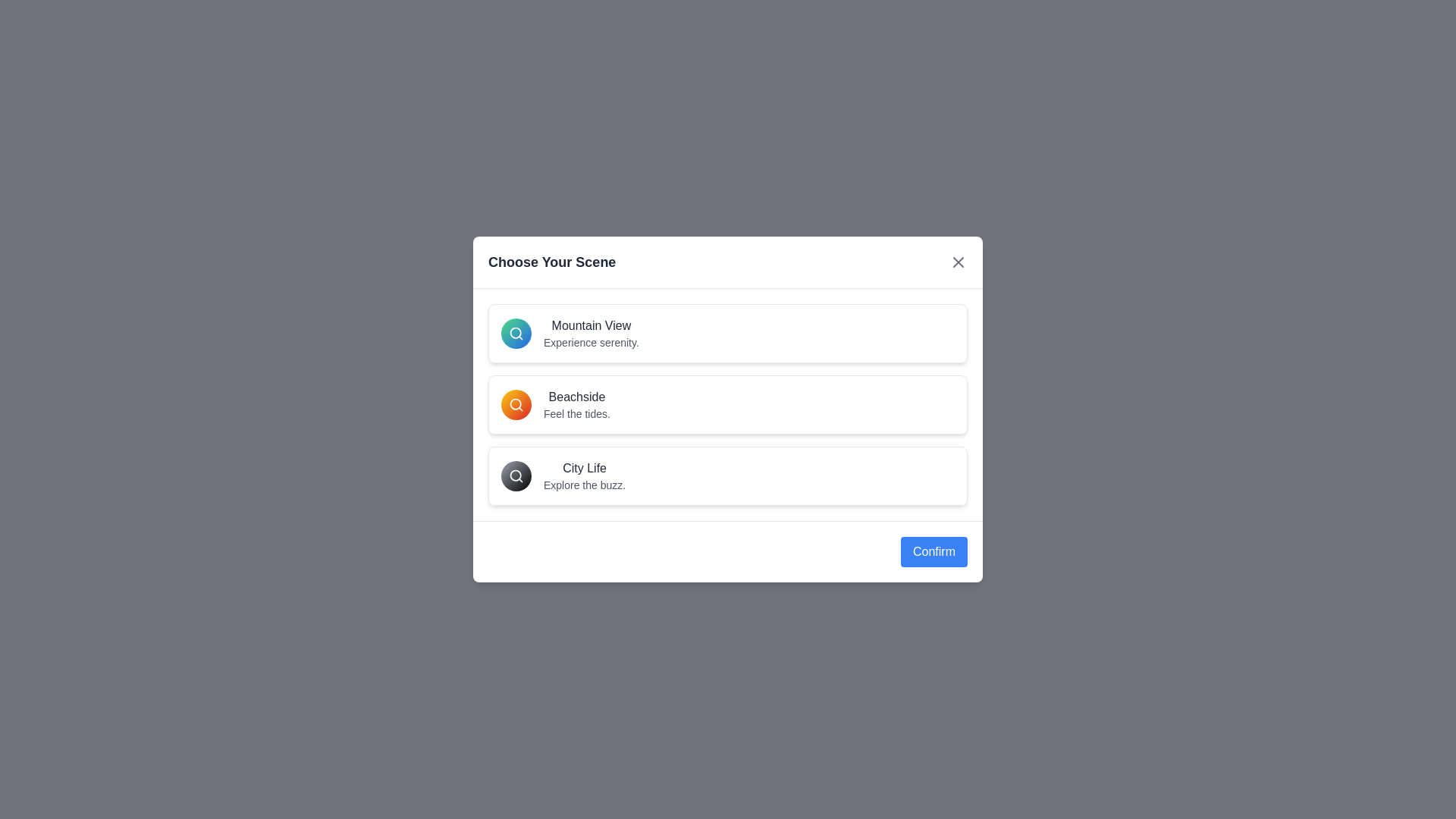  I want to click on the item Beachside from the list, so click(728, 403).